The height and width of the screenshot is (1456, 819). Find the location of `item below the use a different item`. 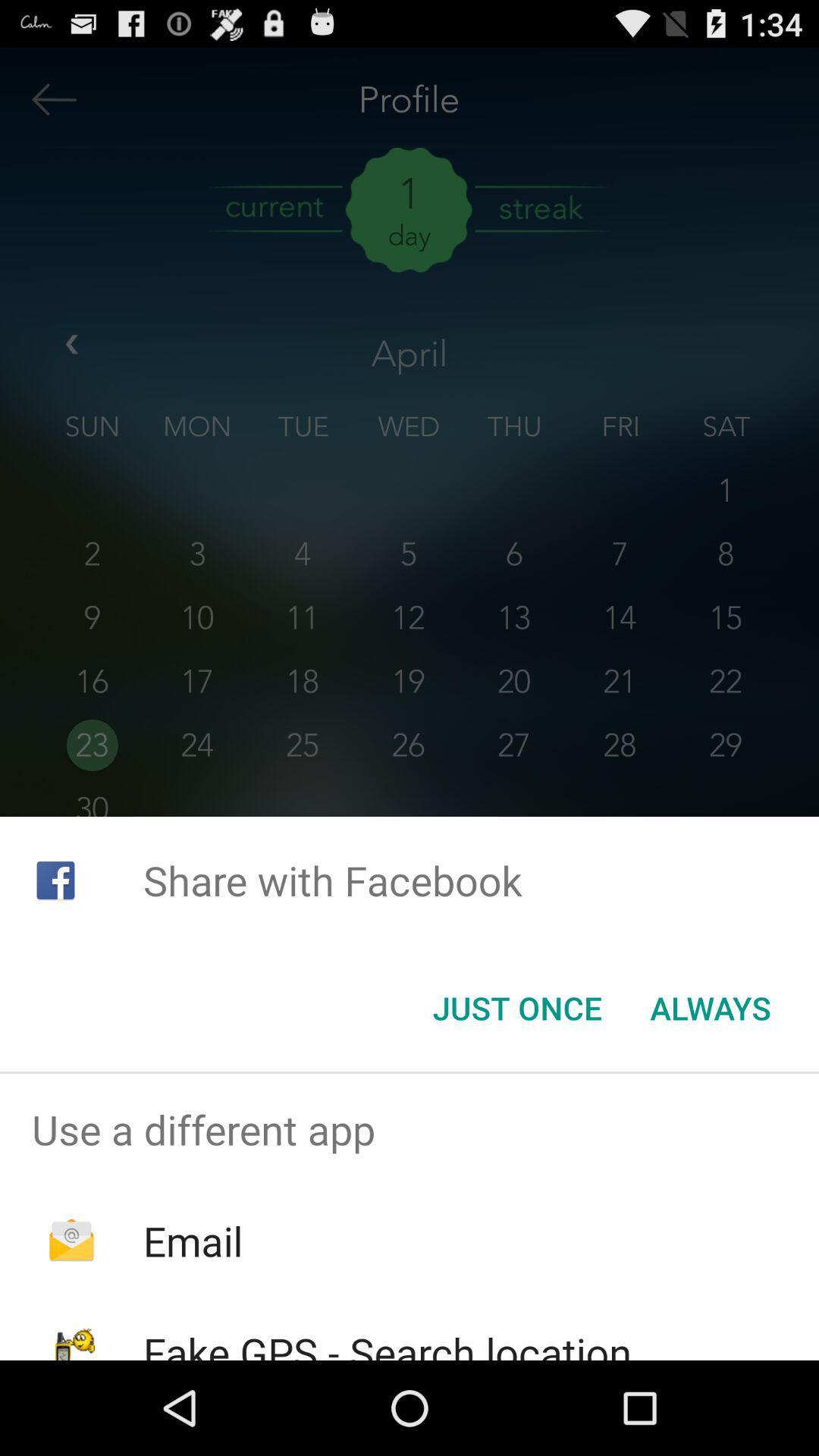

item below the use a different item is located at coordinates (192, 1241).